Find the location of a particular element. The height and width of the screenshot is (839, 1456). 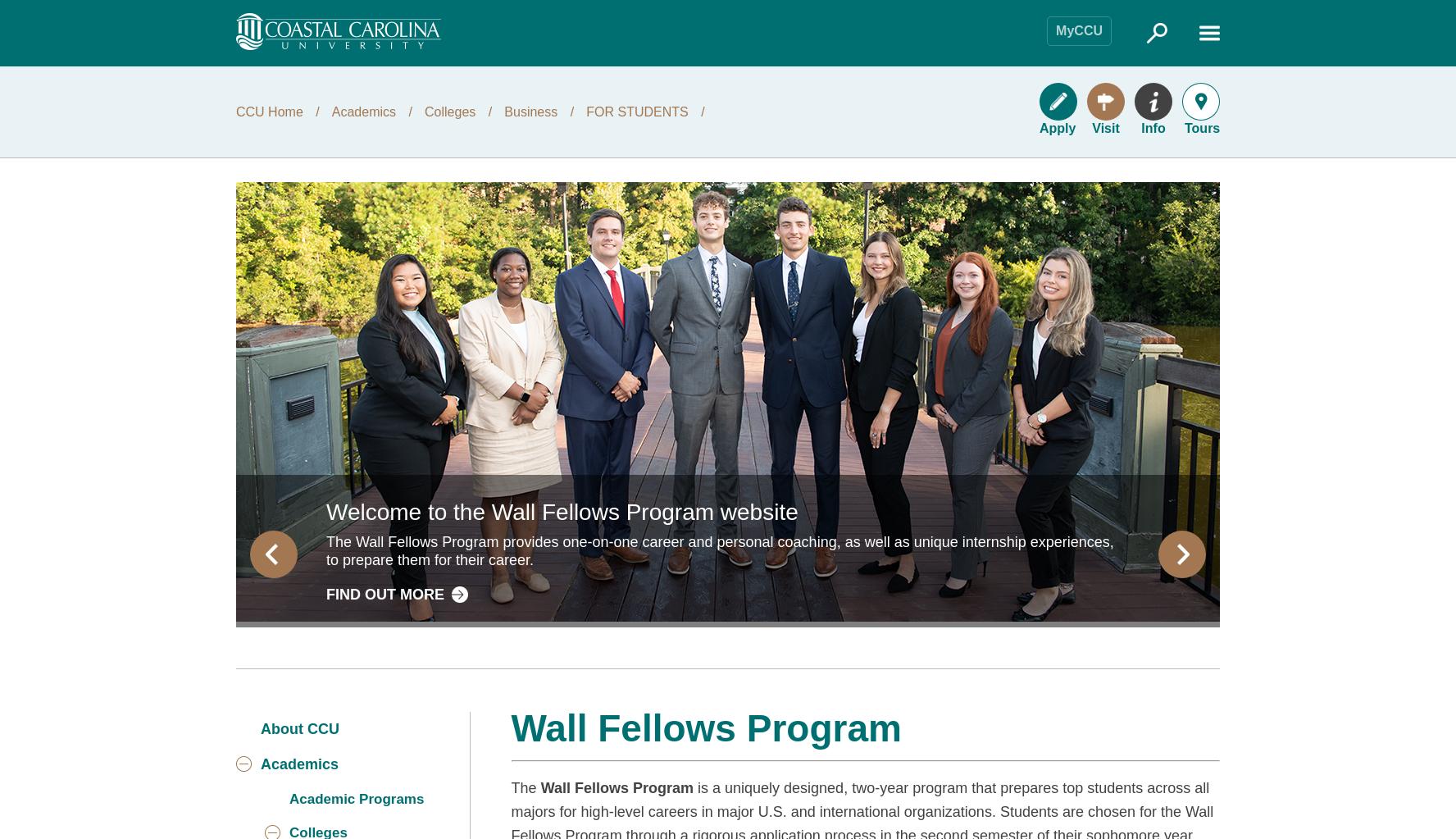

'Colleges' is located at coordinates (449, 110).